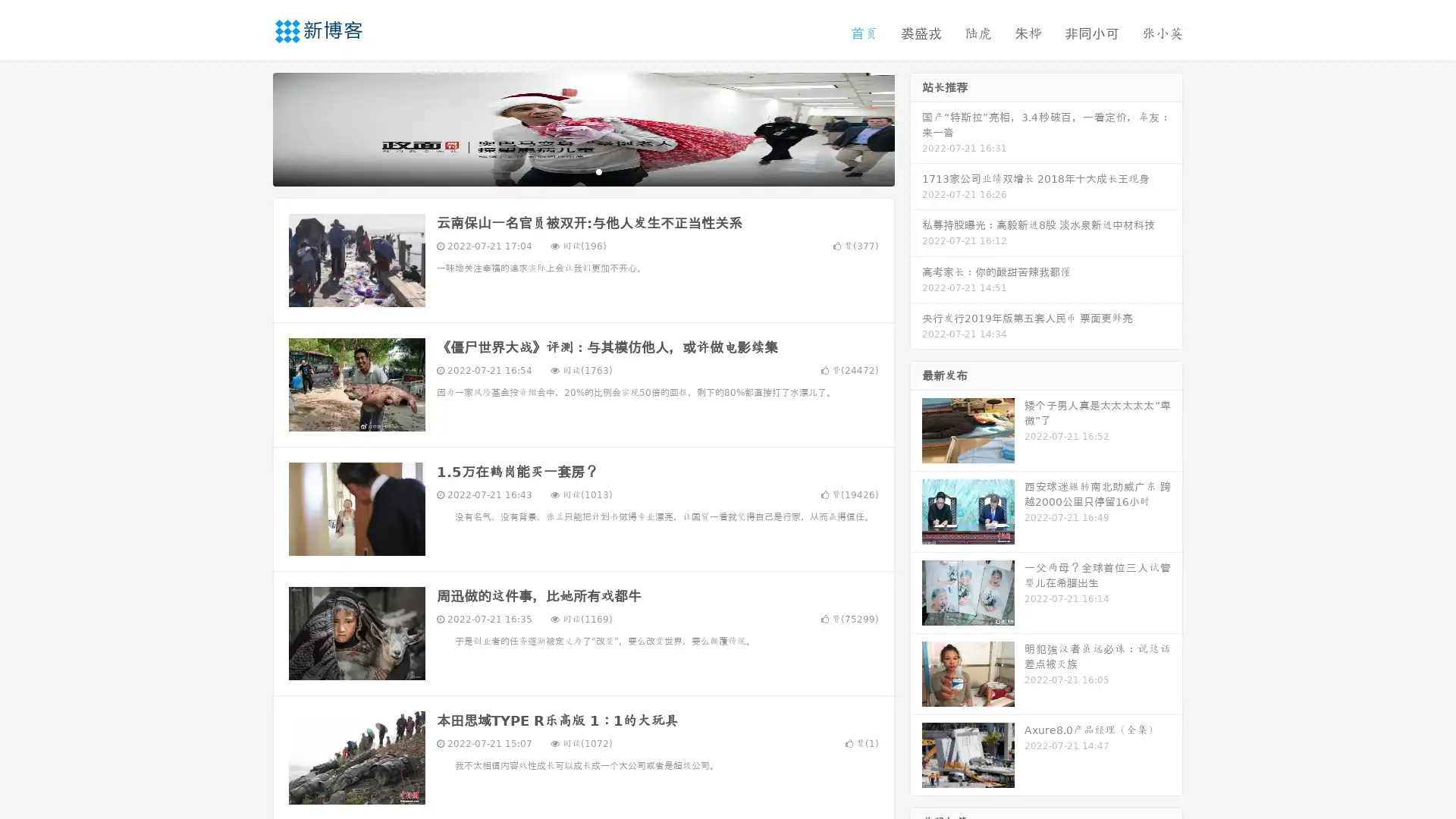  Describe the element at coordinates (582, 171) in the screenshot. I see `Go to slide 2` at that location.